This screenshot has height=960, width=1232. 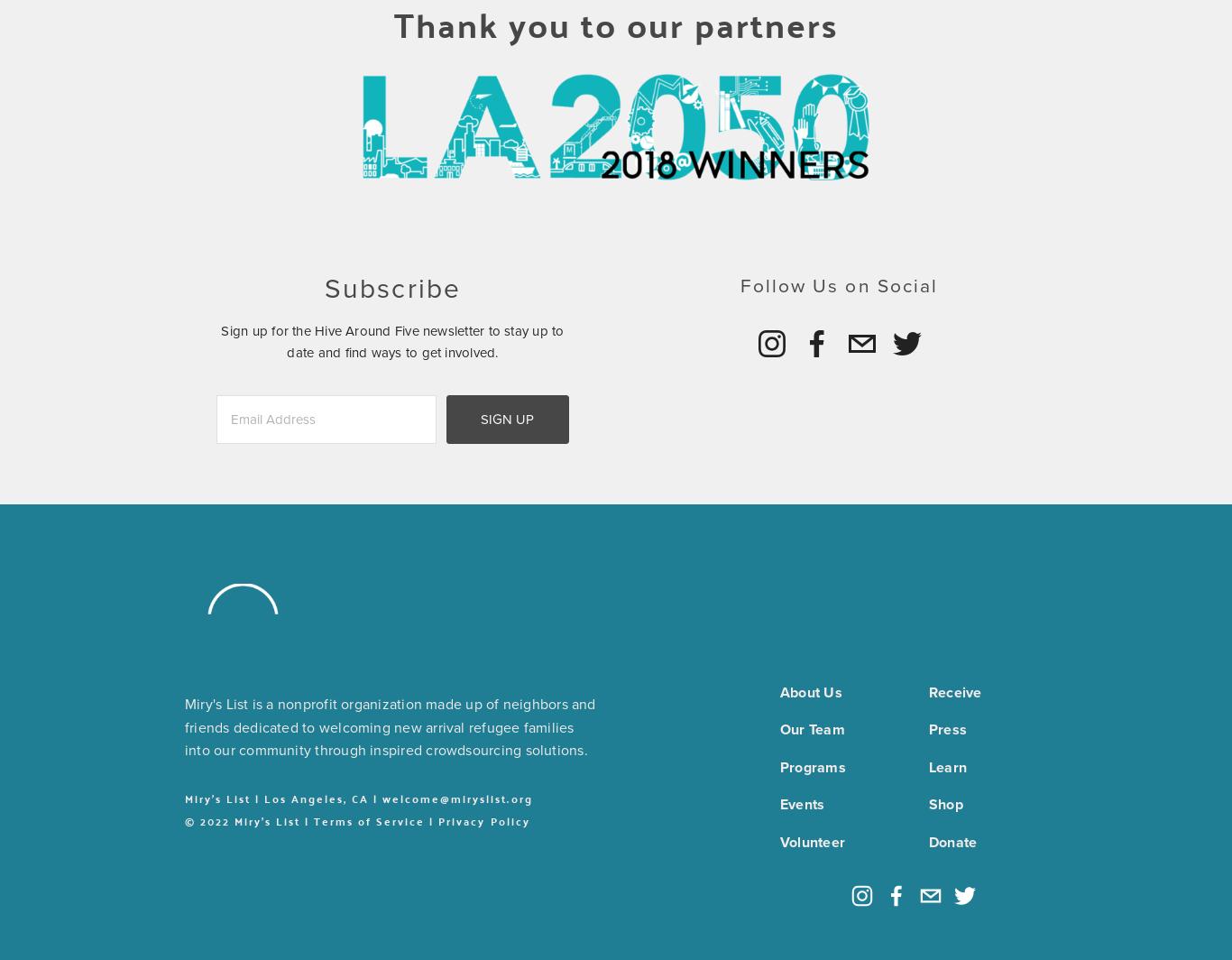 I want to click on 'Sign Up', so click(x=507, y=419).